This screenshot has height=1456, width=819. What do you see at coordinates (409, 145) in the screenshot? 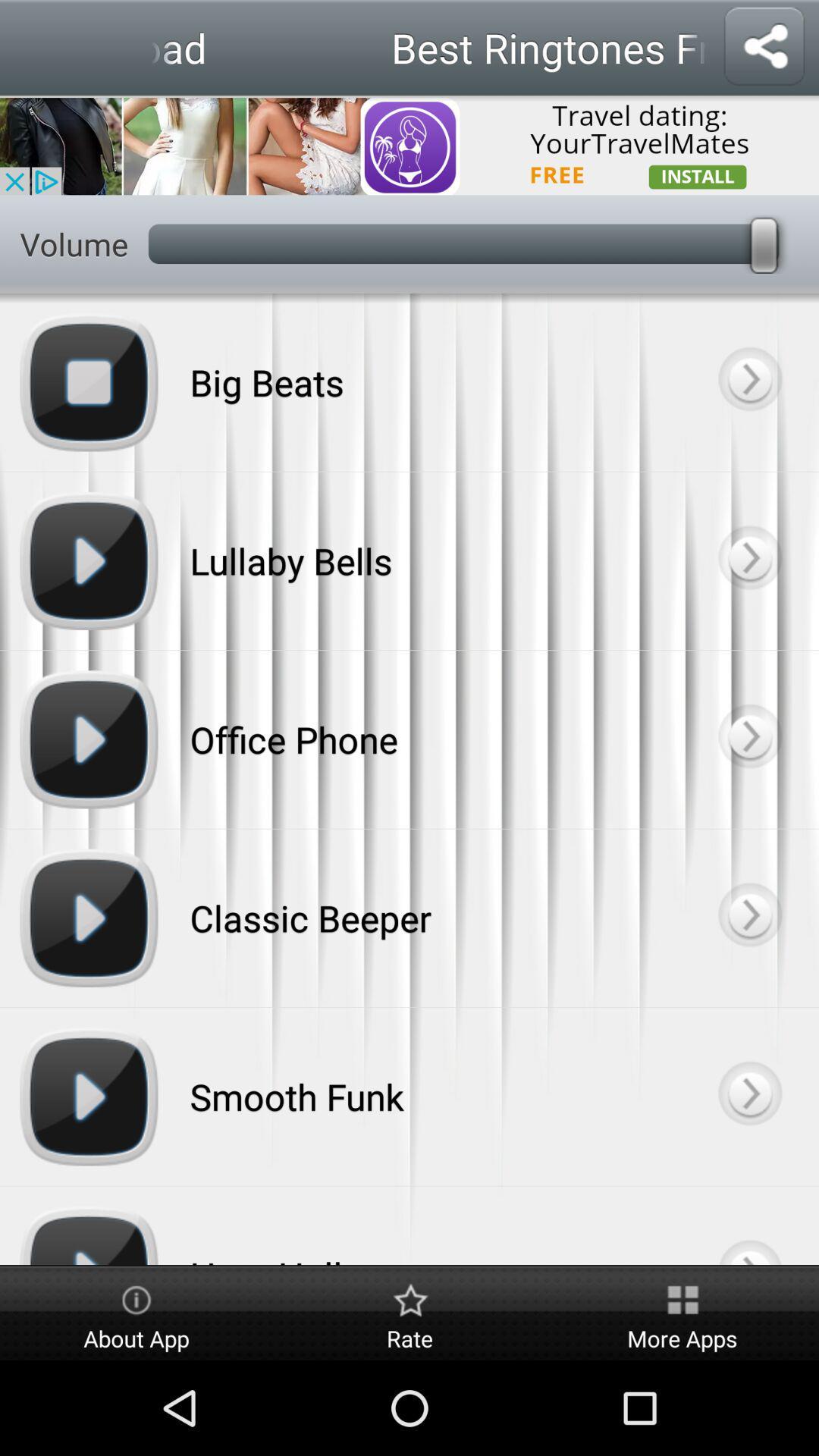
I see `opens an advertisement` at bounding box center [409, 145].